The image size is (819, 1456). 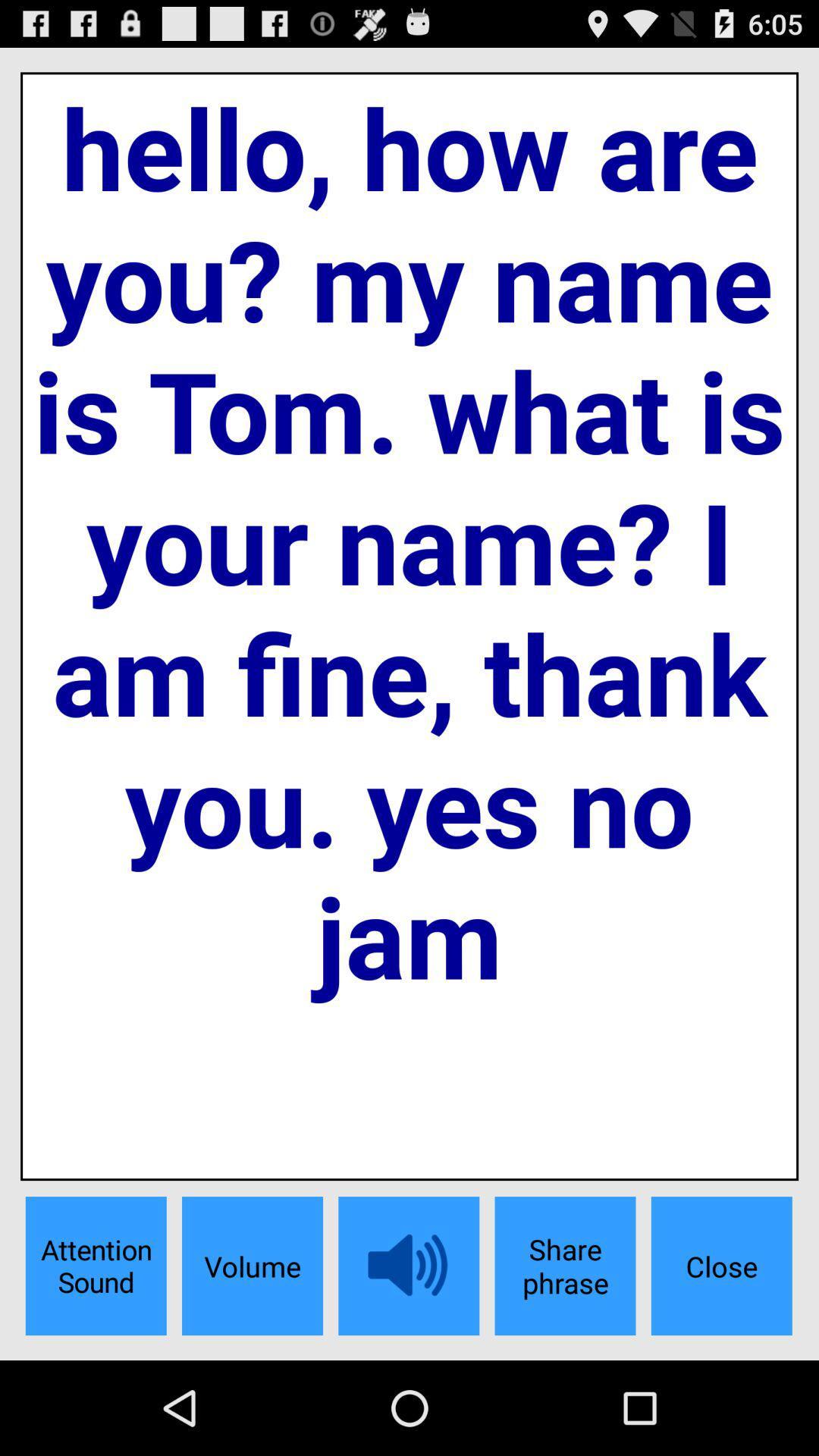 I want to click on the app below the hello how are item, so click(x=720, y=1266).